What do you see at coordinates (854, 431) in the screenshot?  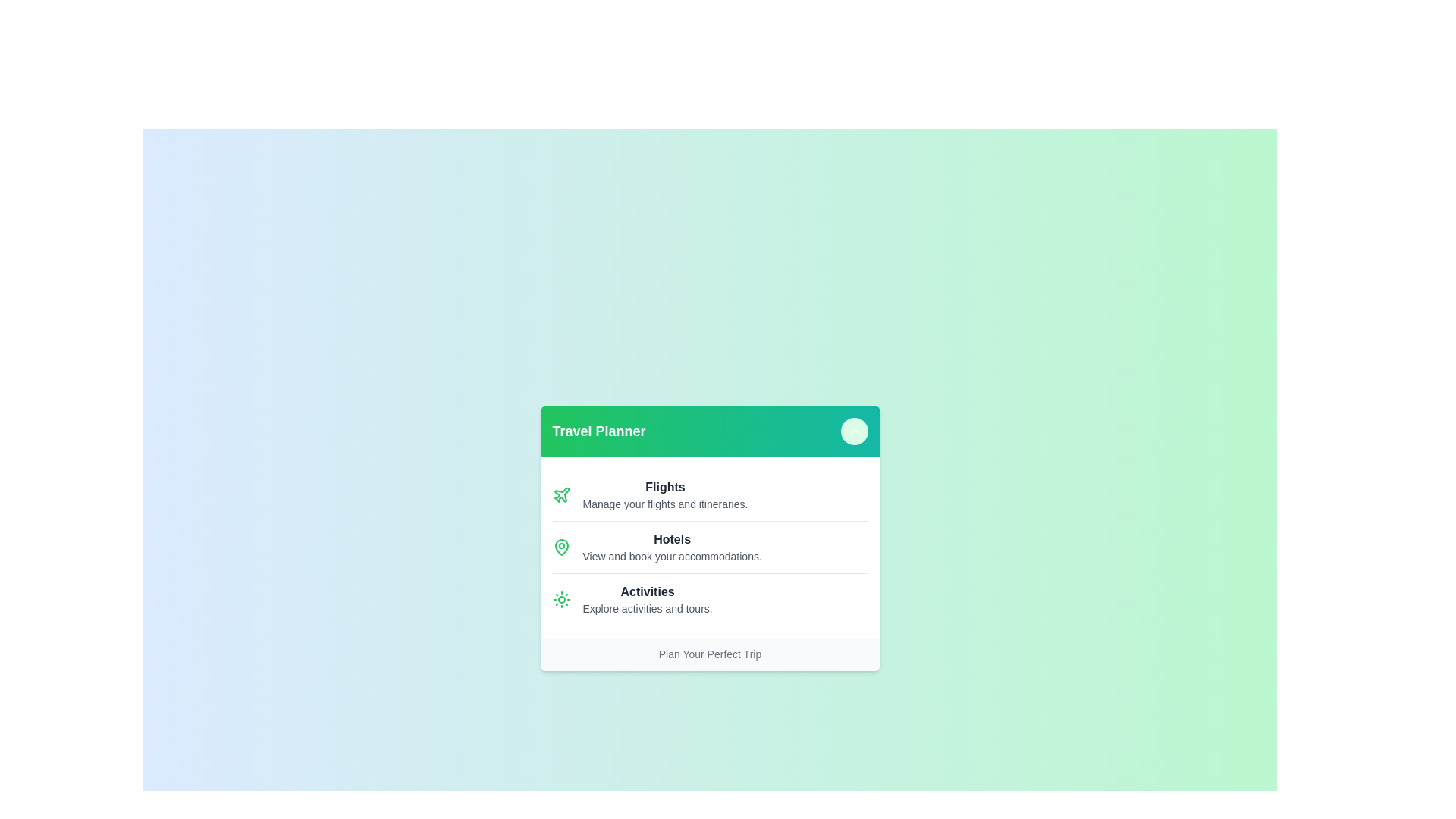 I see `button at the top-right corner of the menu header to toggle the visibility of the menu` at bounding box center [854, 431].